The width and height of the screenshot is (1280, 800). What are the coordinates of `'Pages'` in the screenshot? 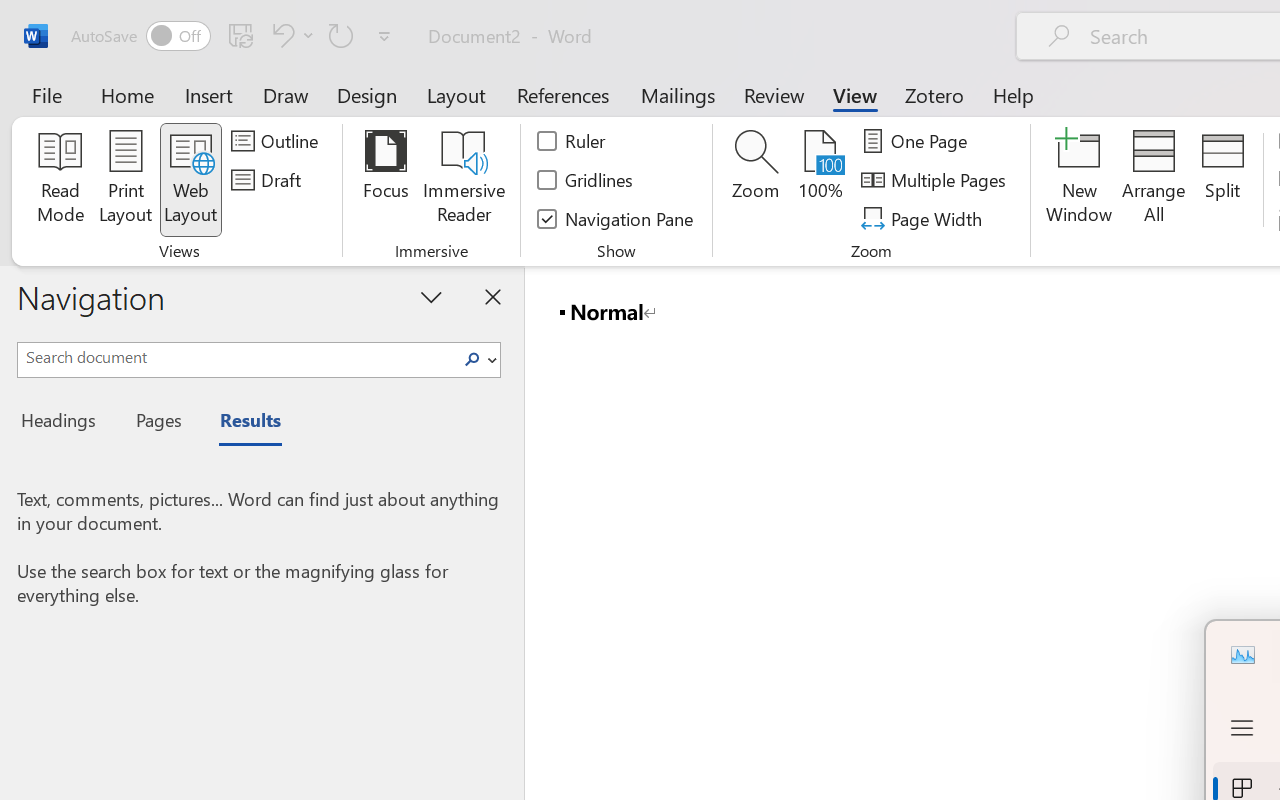 It's located at (155, 423).